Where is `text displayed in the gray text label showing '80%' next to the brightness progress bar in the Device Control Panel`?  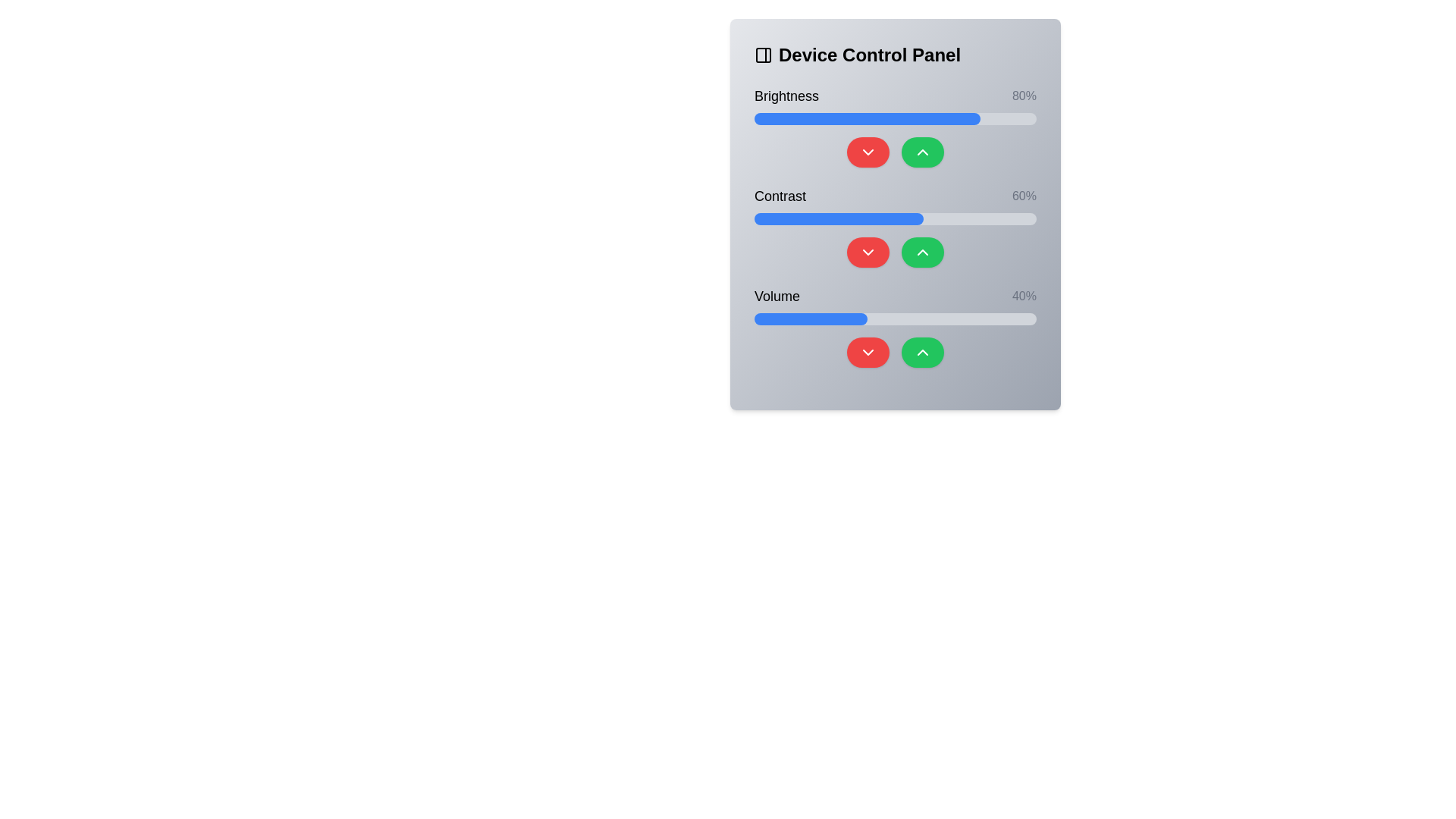 text displayed in the gray text label showing '80%' next to the brightness progress bar in the Device Control Panel is located at coordinates (1024, 96).